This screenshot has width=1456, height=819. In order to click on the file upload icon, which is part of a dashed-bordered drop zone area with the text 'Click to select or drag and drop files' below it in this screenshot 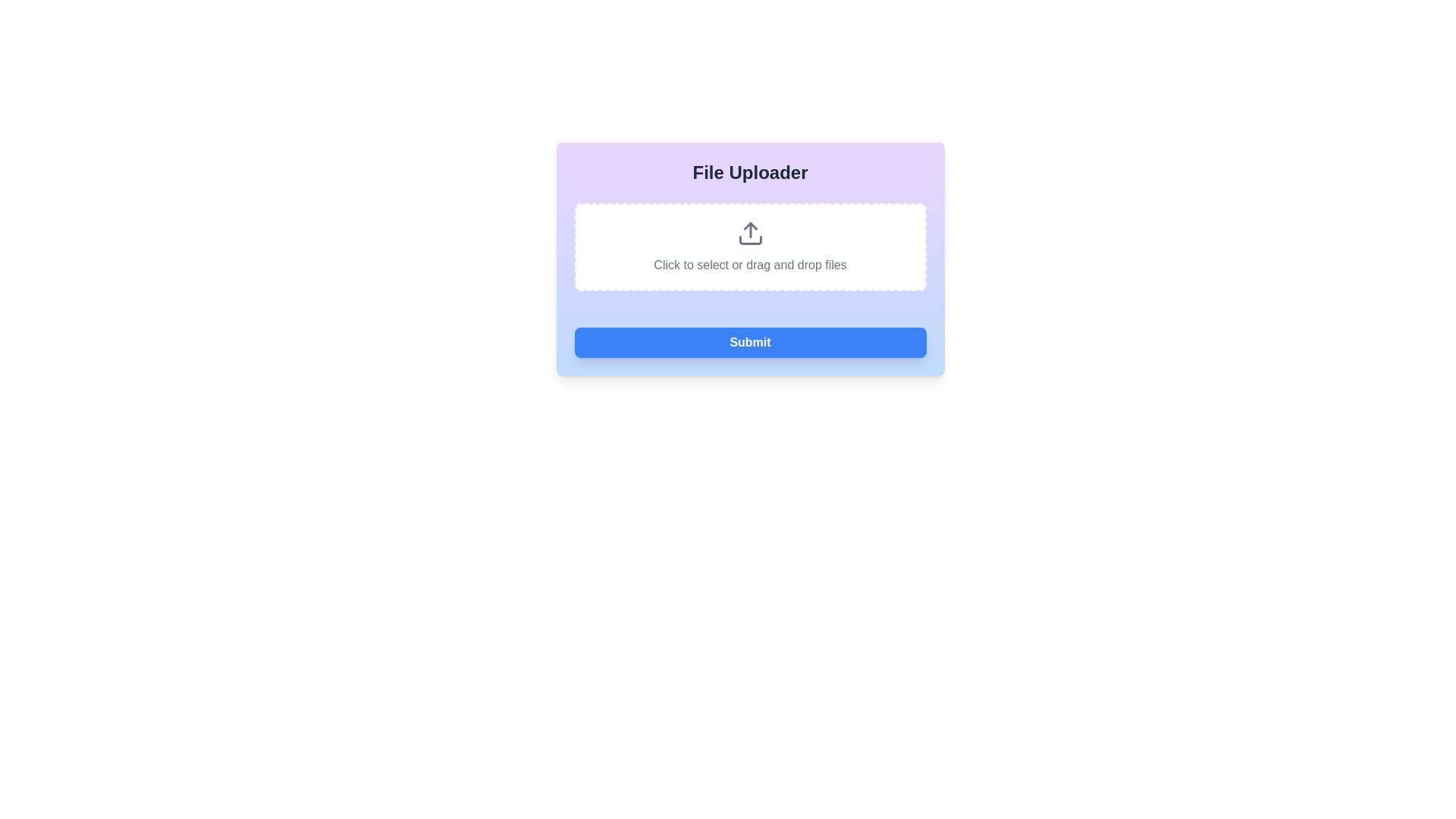, I will do `click(750, 234)`.